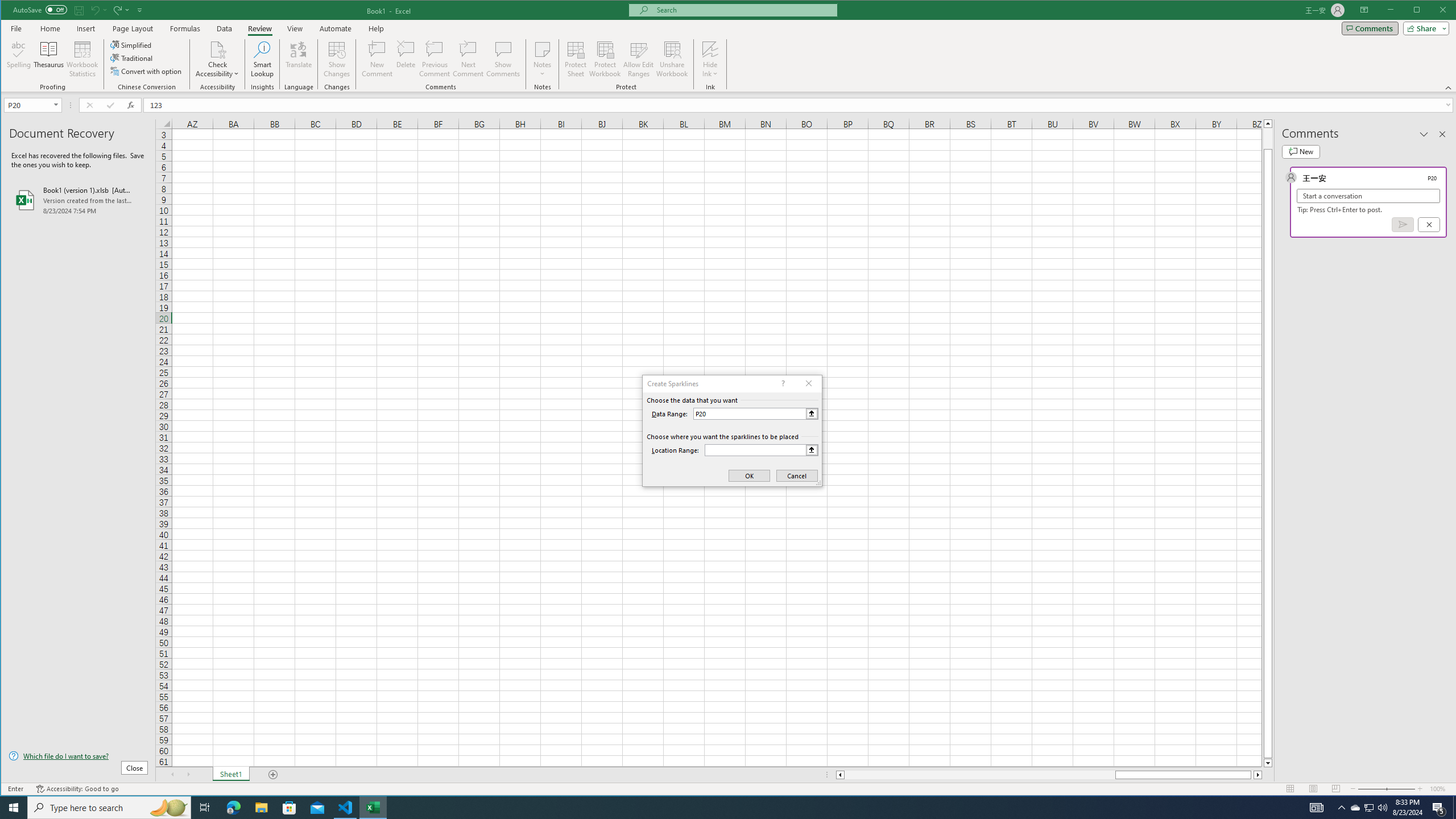  Describe the element at coordinates (217, 59) in the screenshot. I see `'Check Accessibility'` at that location.